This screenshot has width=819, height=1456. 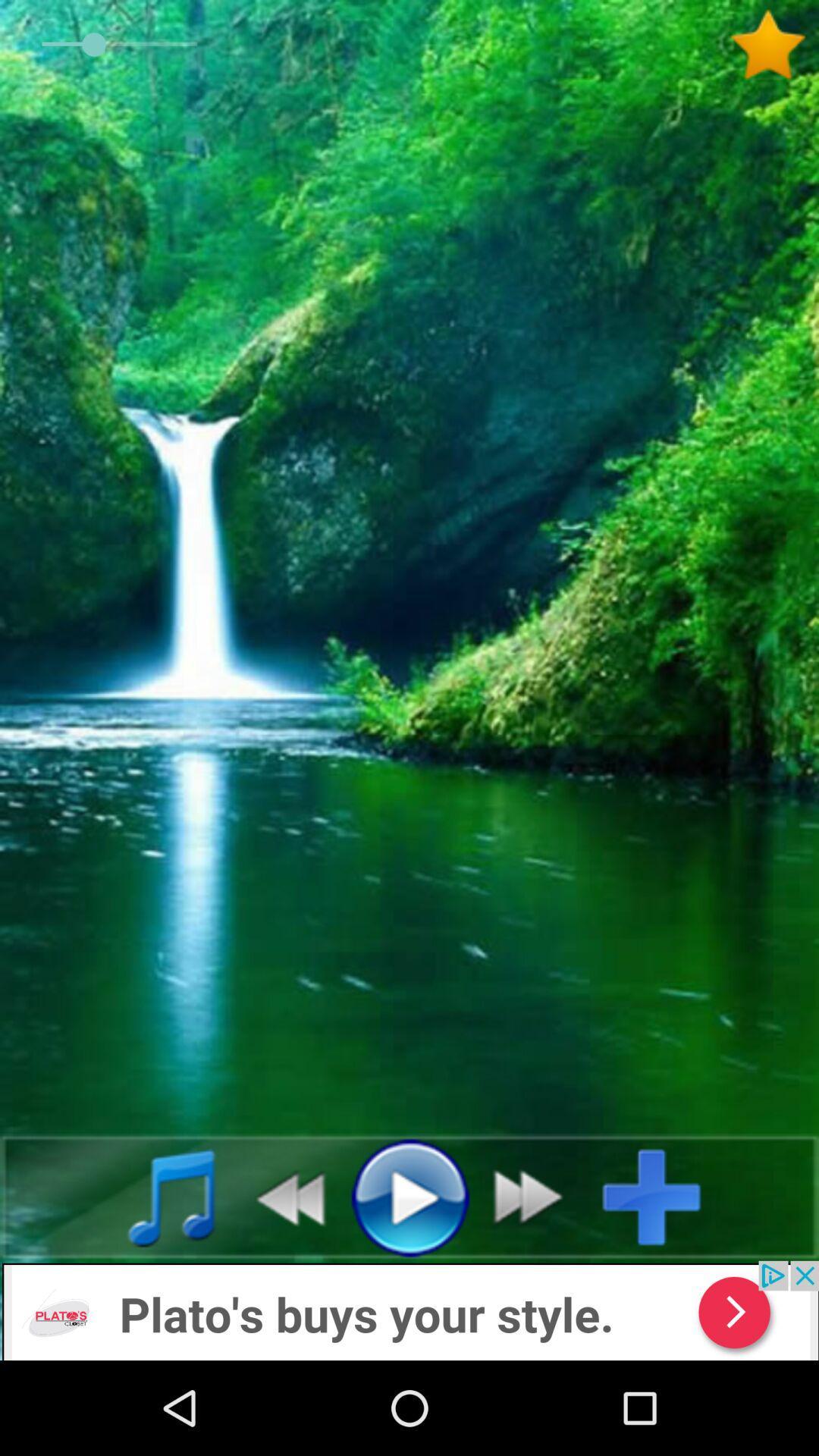 I want to click on the music icon, so click(x=155, y=1196).